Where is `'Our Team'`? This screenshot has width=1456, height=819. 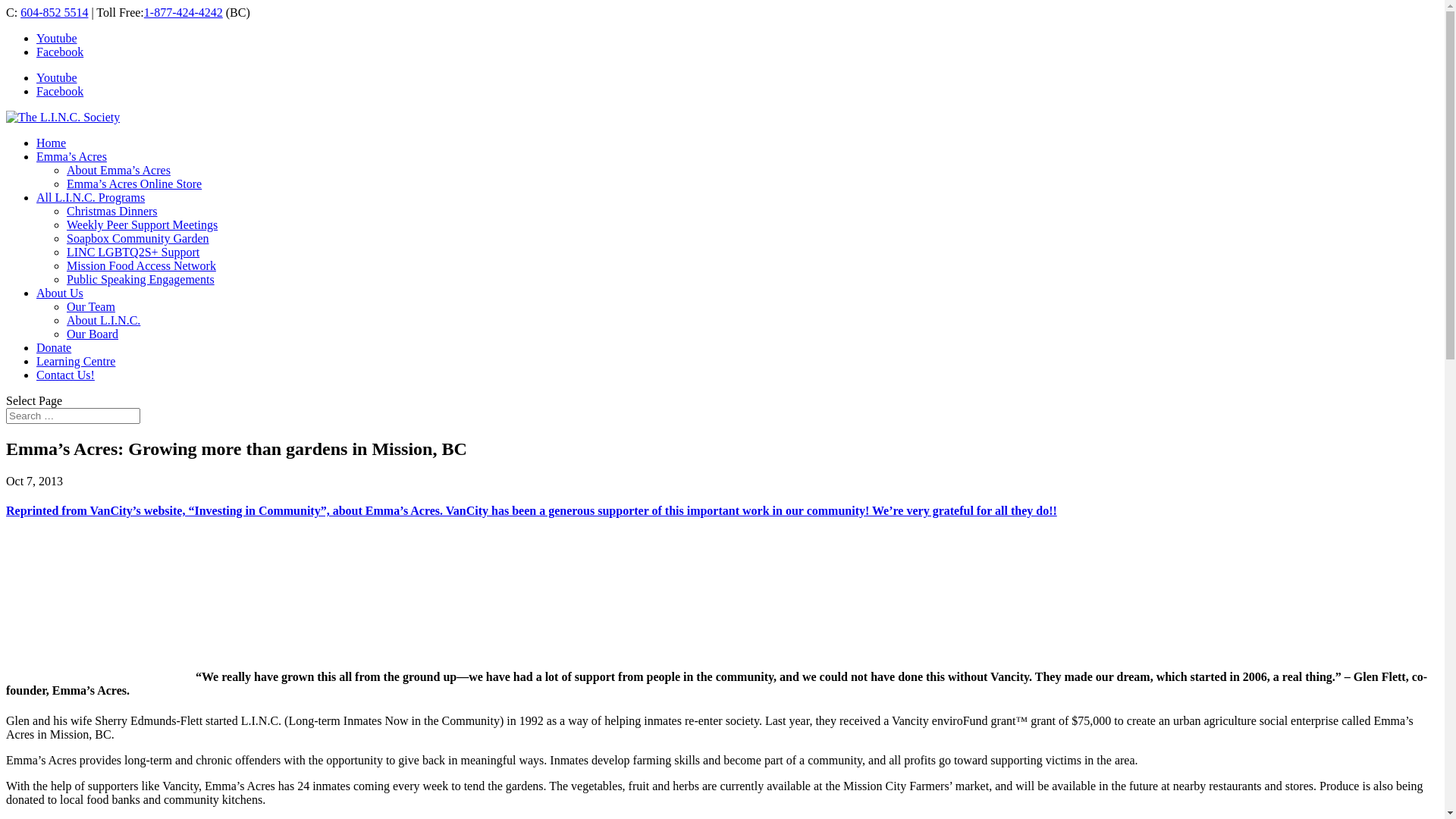
'Our Team' is located at coordinates (65, 306).